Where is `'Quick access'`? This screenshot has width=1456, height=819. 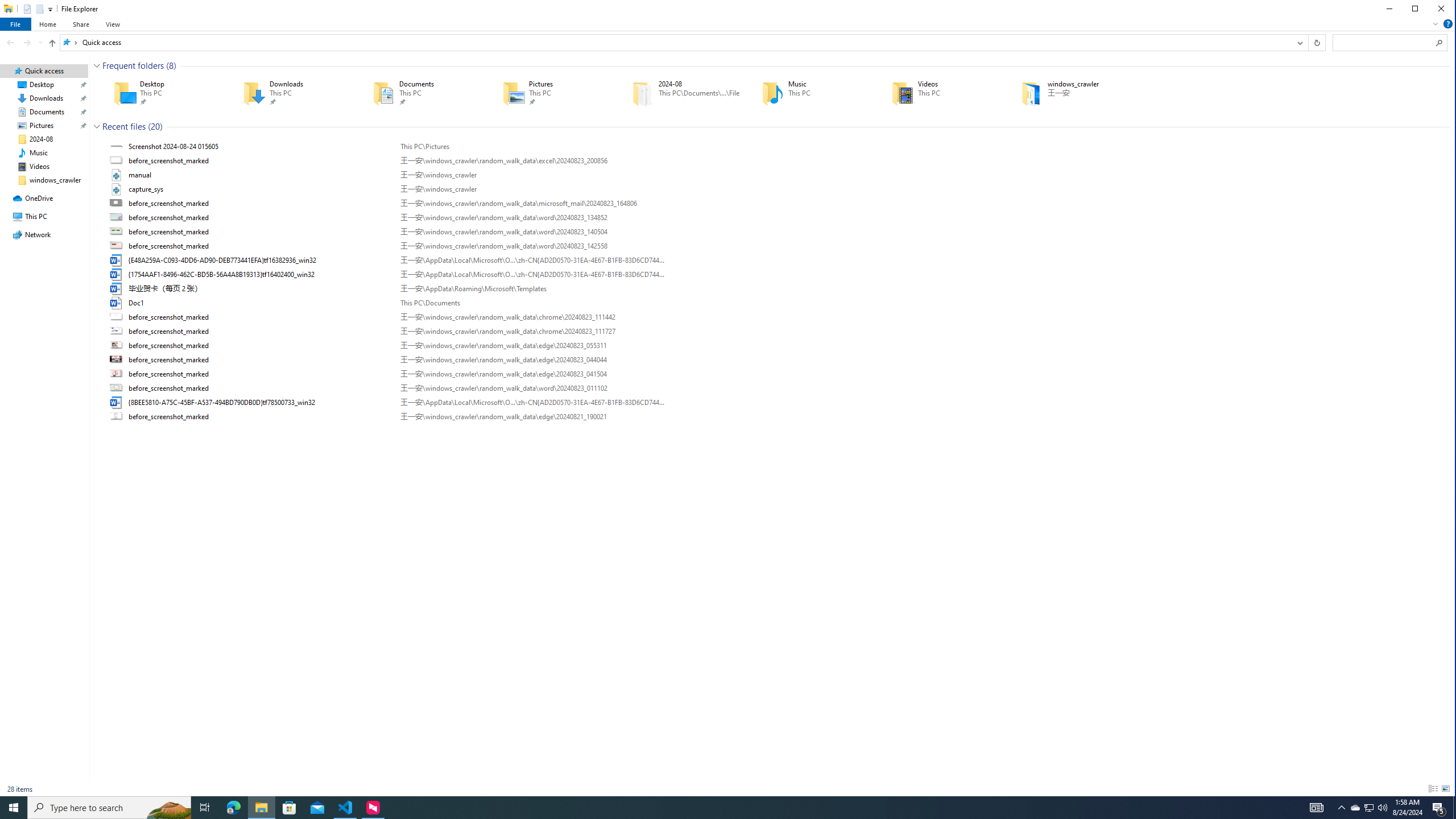 'Quick access' is located at coordinates (102, 42).